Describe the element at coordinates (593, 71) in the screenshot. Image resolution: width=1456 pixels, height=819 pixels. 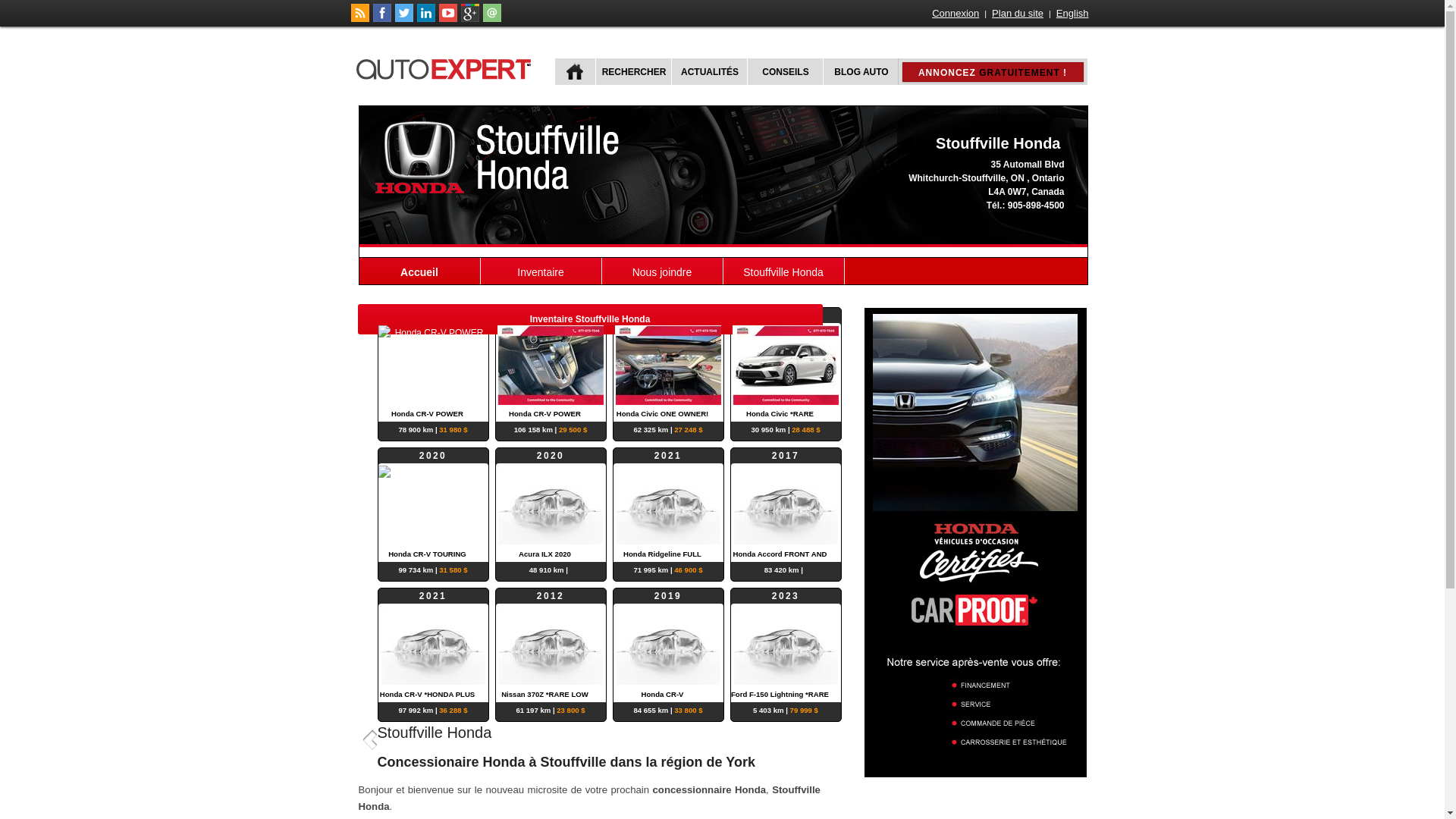
I see `'RECHERCHER'` at that location.